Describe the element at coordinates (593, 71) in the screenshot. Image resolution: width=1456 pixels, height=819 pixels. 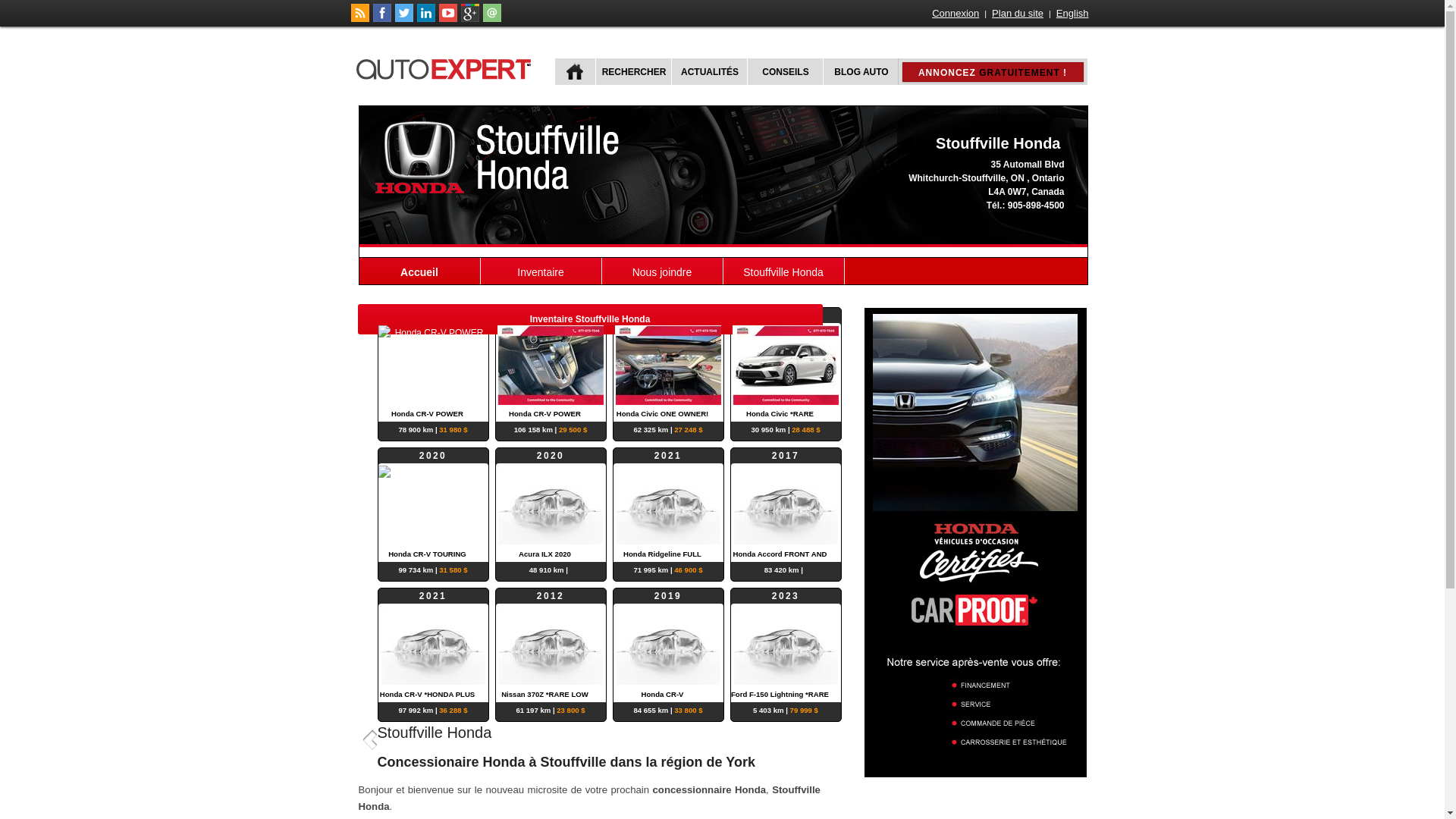
I see `'RECHERCHER'` at that location.